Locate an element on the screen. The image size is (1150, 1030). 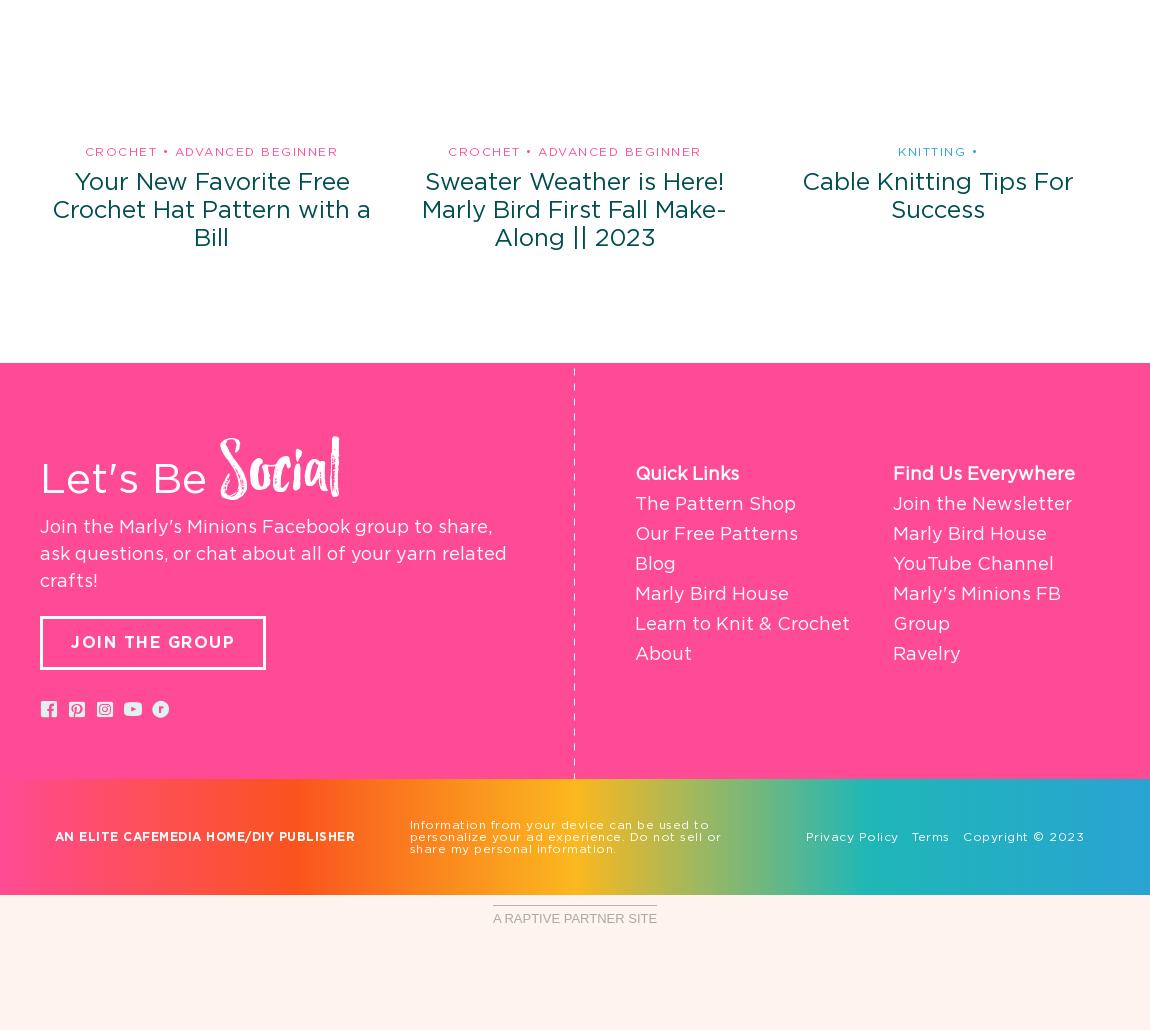
'Copyright © 2023' is located at coordinates (1016, 835).